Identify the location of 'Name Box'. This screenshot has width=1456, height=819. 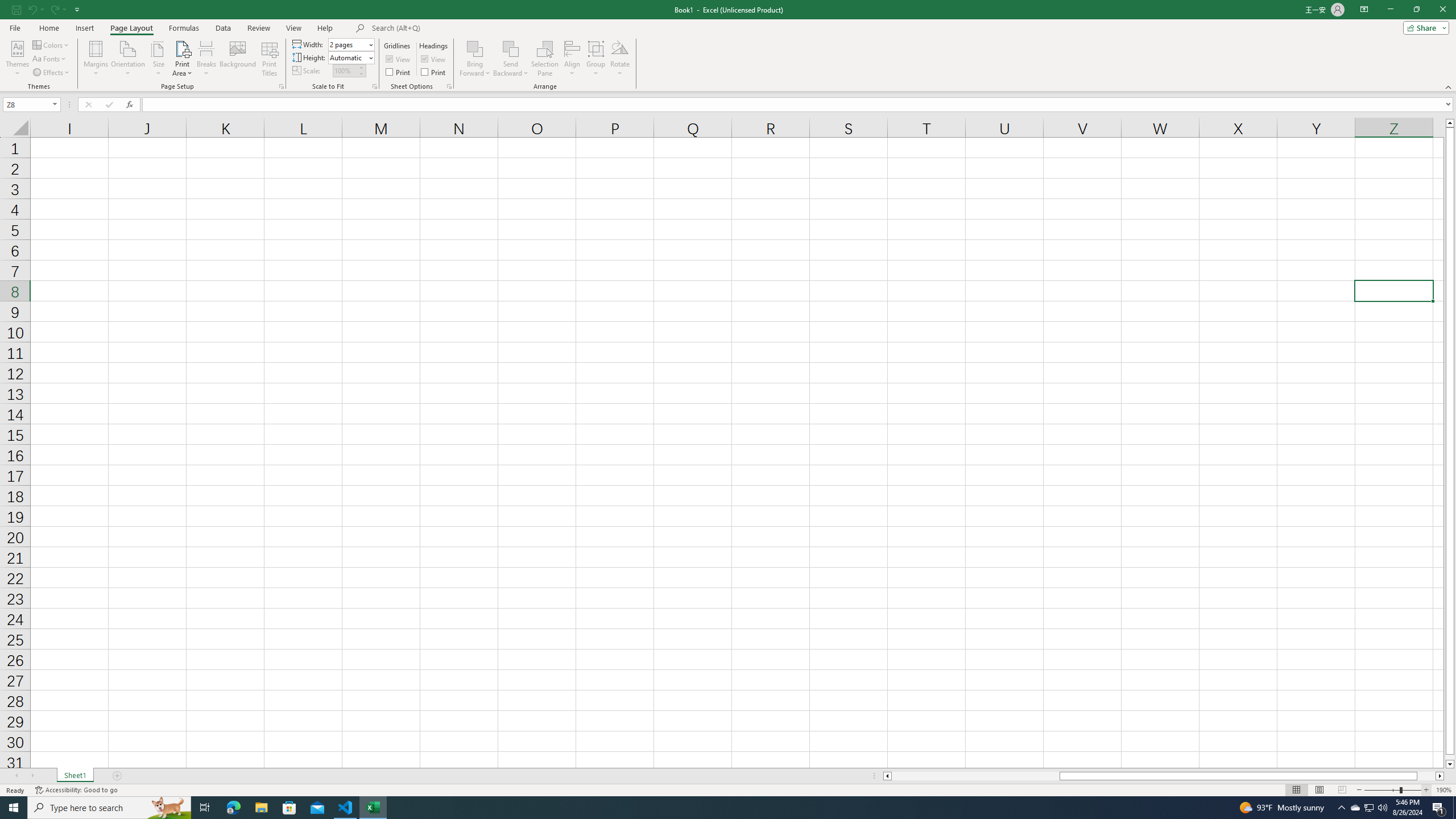
(31, 104).